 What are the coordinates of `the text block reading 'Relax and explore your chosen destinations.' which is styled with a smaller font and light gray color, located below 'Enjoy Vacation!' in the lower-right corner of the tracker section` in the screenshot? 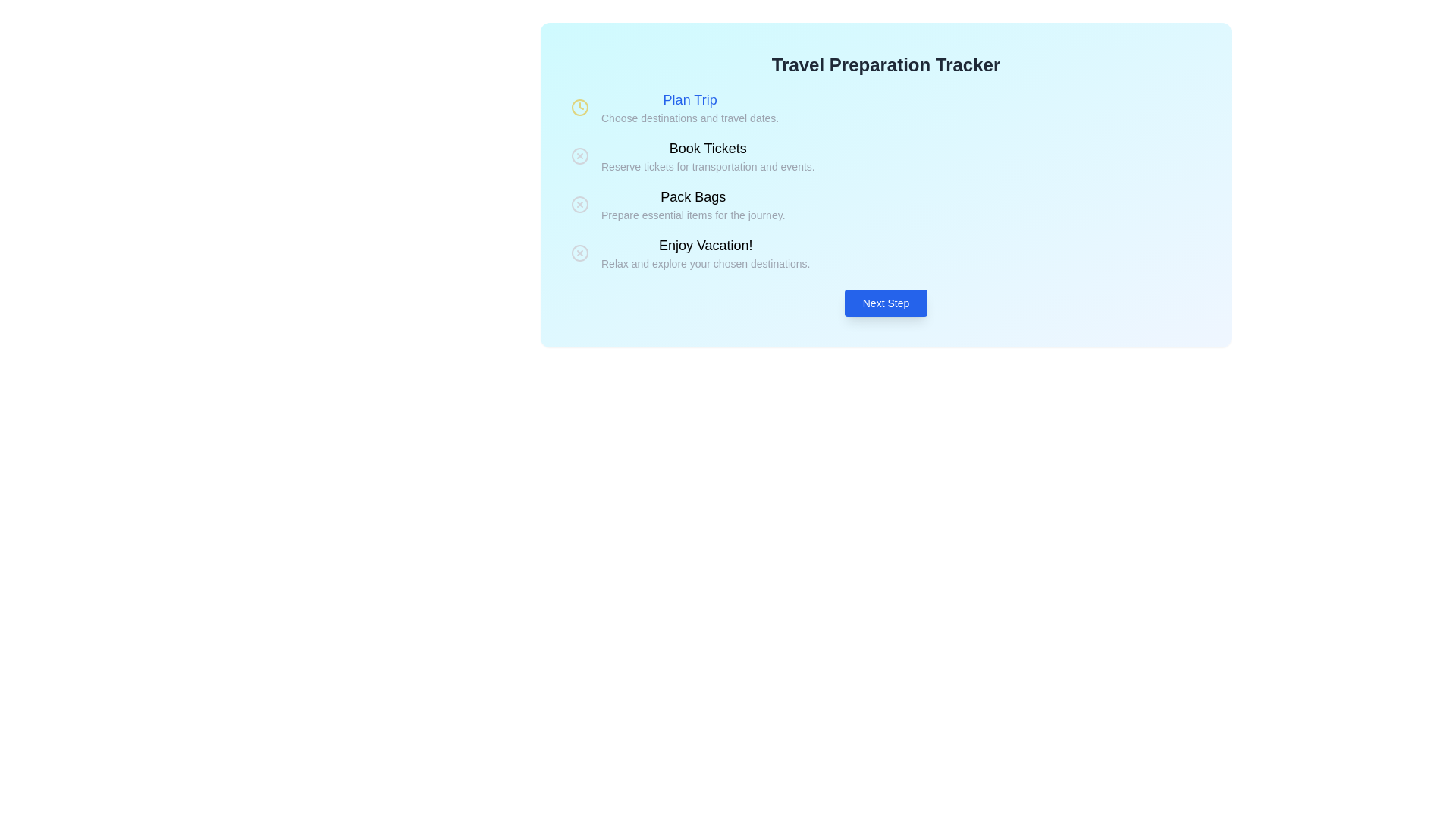 It's located at (704, 262).